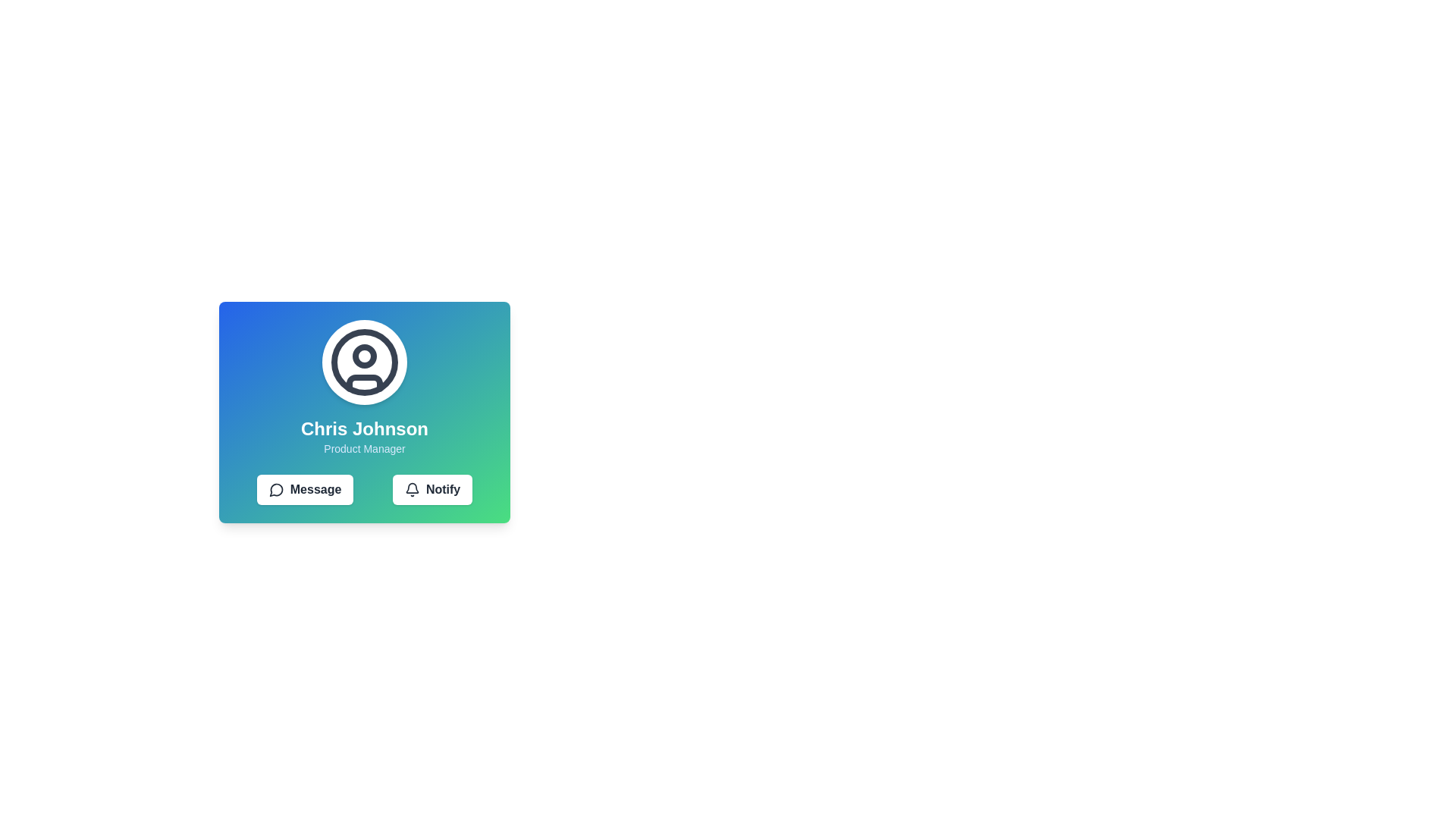  What do you see at coordinates (364, 447) in the screenshot?
I see `the text label displaying 'Product Manager' which is located directly below 'Chris Johnson', centered horizontally in a gradient background` at bounding box center [364, 447].